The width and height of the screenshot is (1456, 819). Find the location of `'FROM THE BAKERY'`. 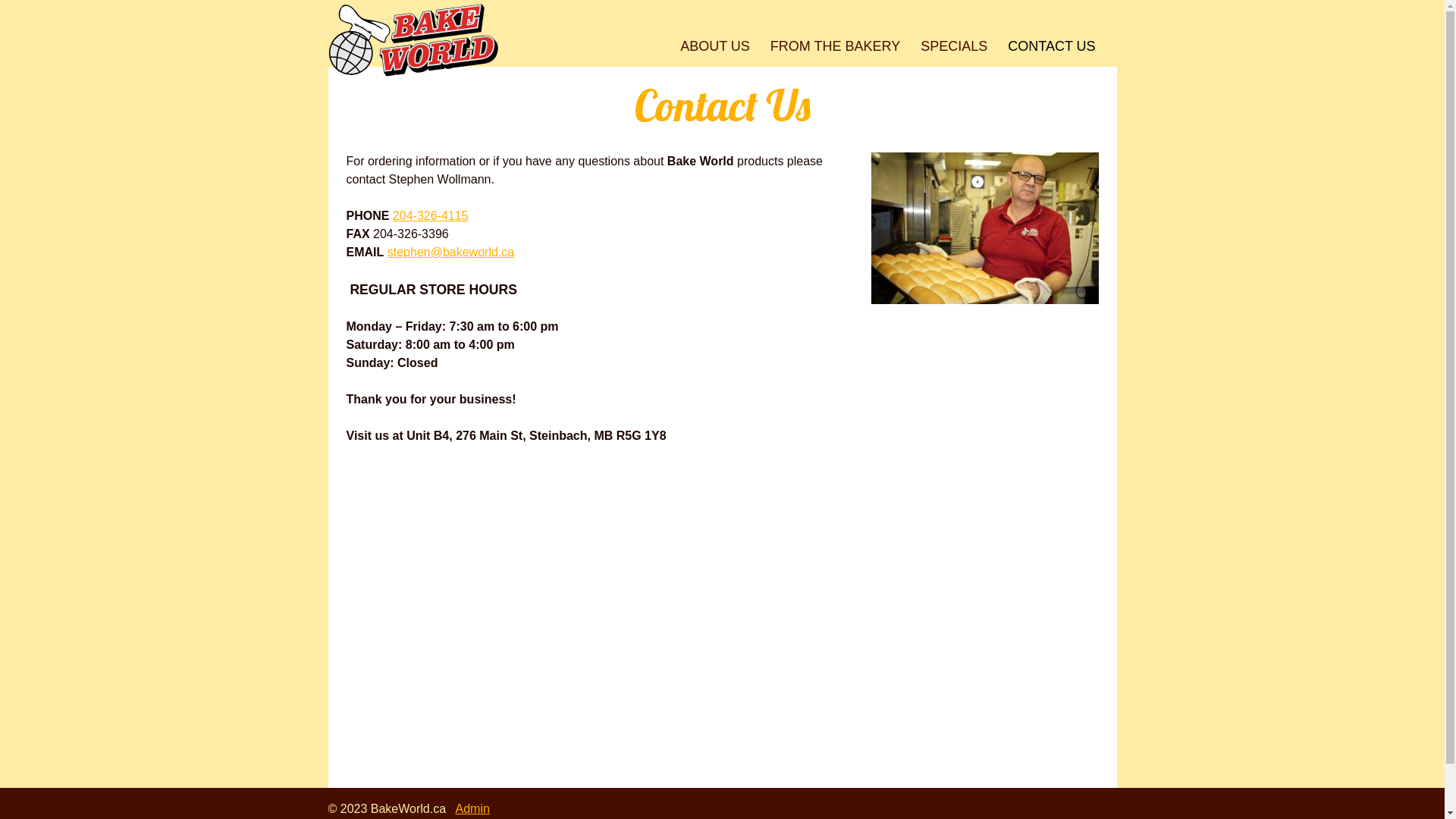

'FROM THE BAKERY' is located at coordinates (833, 45).